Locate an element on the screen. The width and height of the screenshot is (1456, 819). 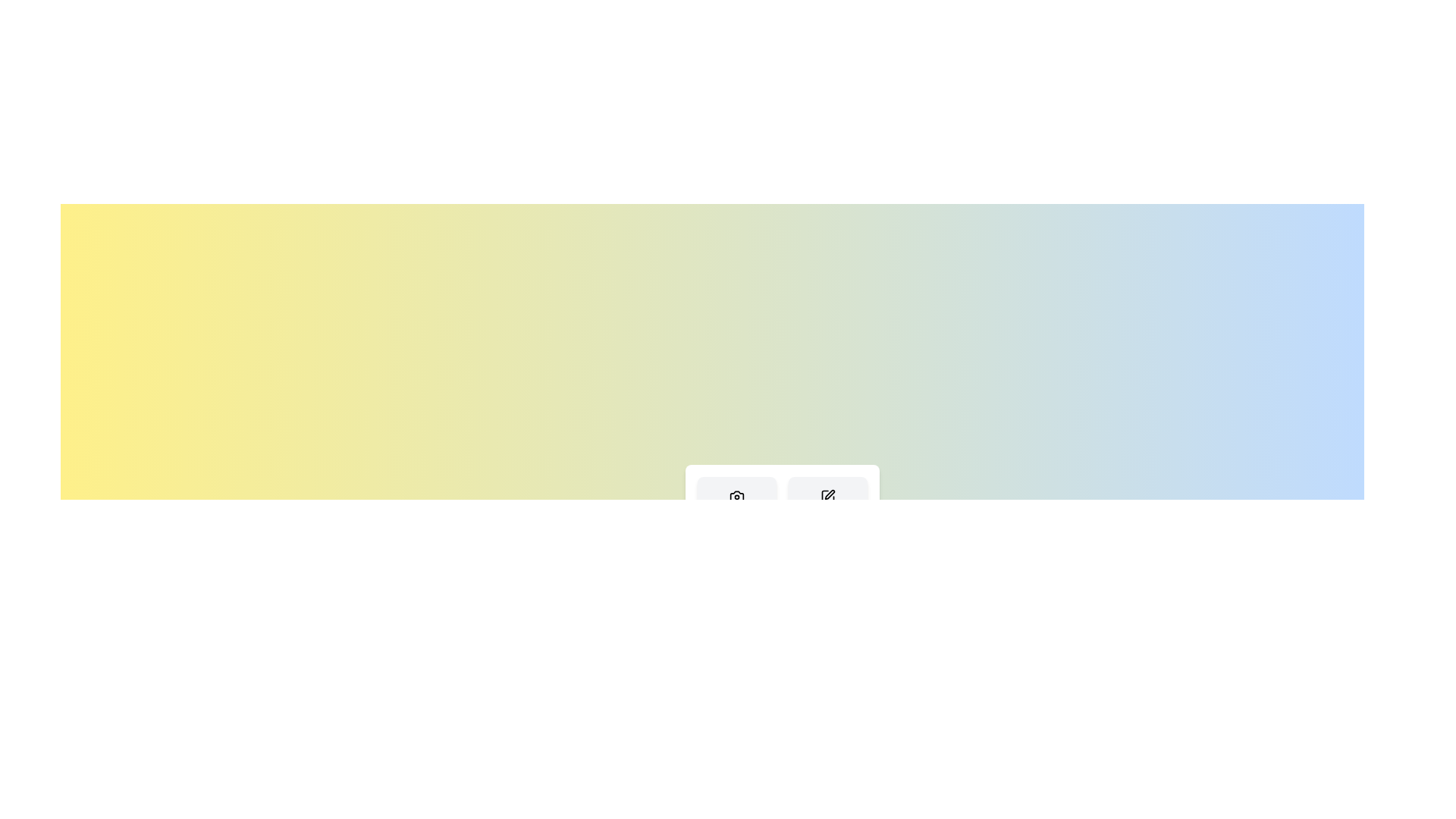
the 'Apply' button to select the 'Apply' action is located at coordinates (827, 579).